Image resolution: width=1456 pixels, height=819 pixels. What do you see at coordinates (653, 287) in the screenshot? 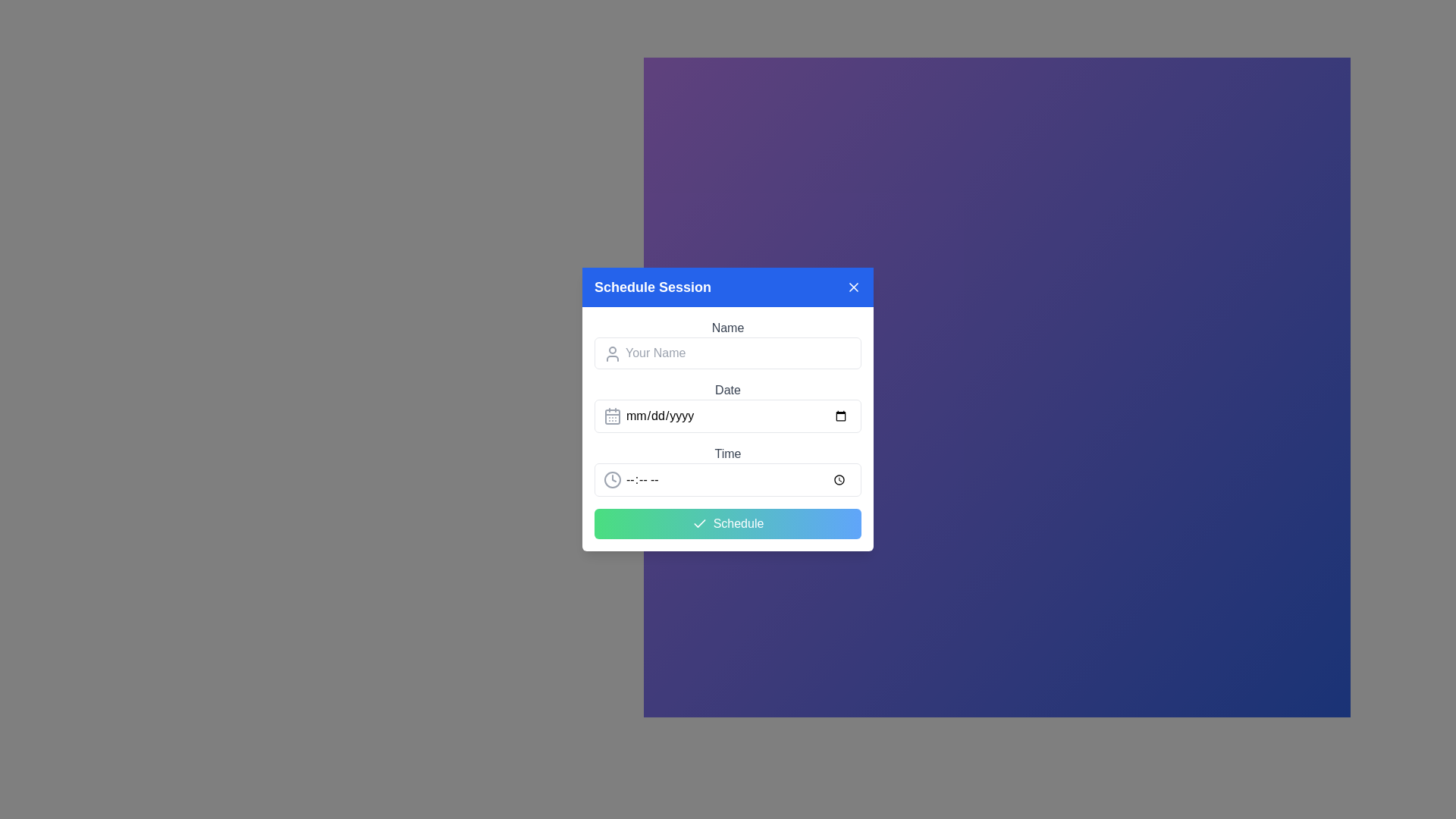
I see `the text label 'Schedule Session', which is styled in bold white font against a blue background, located at the top-left corner of a modal dialog` at bounding box center [653, 287].